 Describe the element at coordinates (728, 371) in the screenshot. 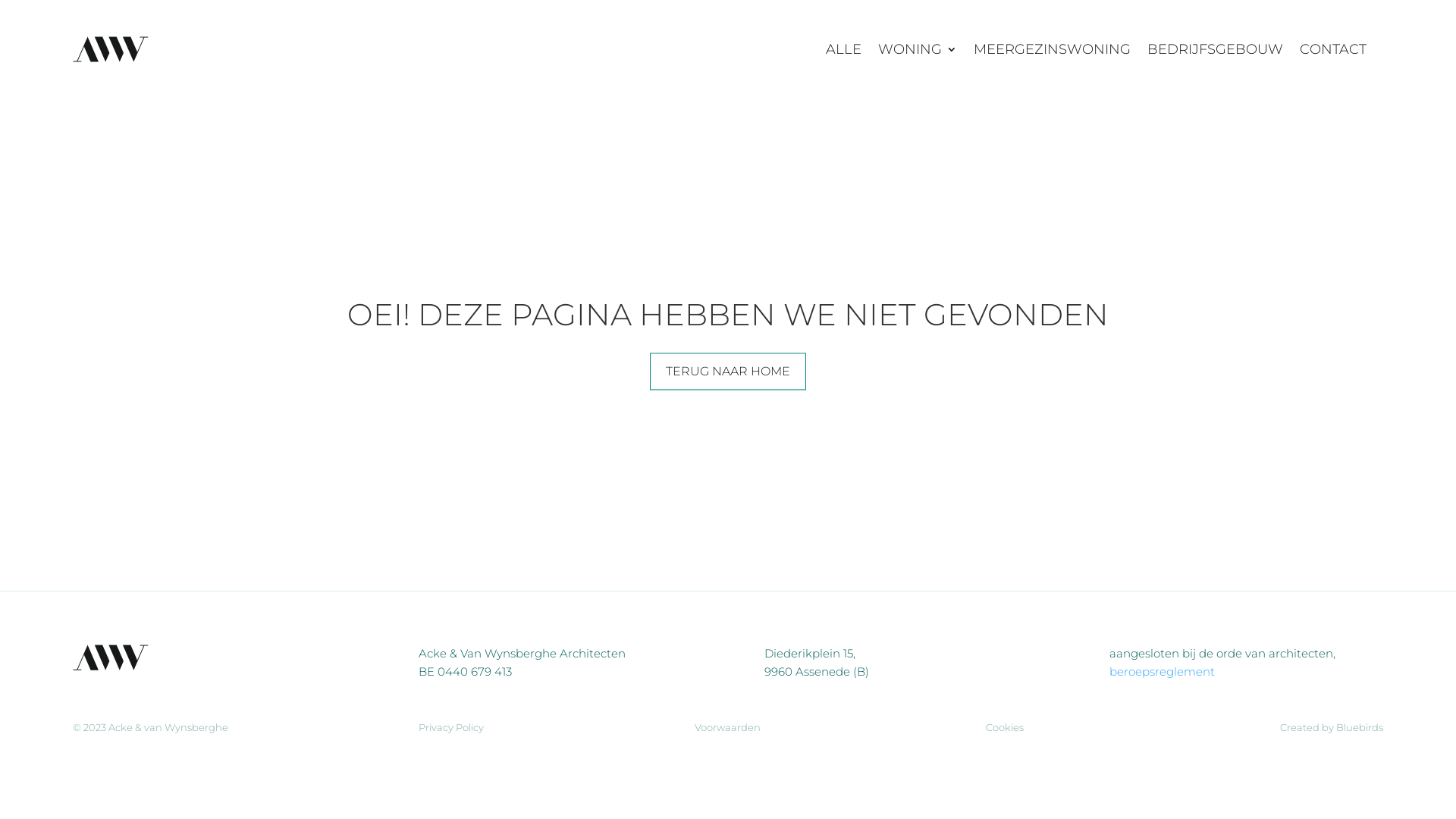

I see `'TERUG NAAR HOME'` at that location.